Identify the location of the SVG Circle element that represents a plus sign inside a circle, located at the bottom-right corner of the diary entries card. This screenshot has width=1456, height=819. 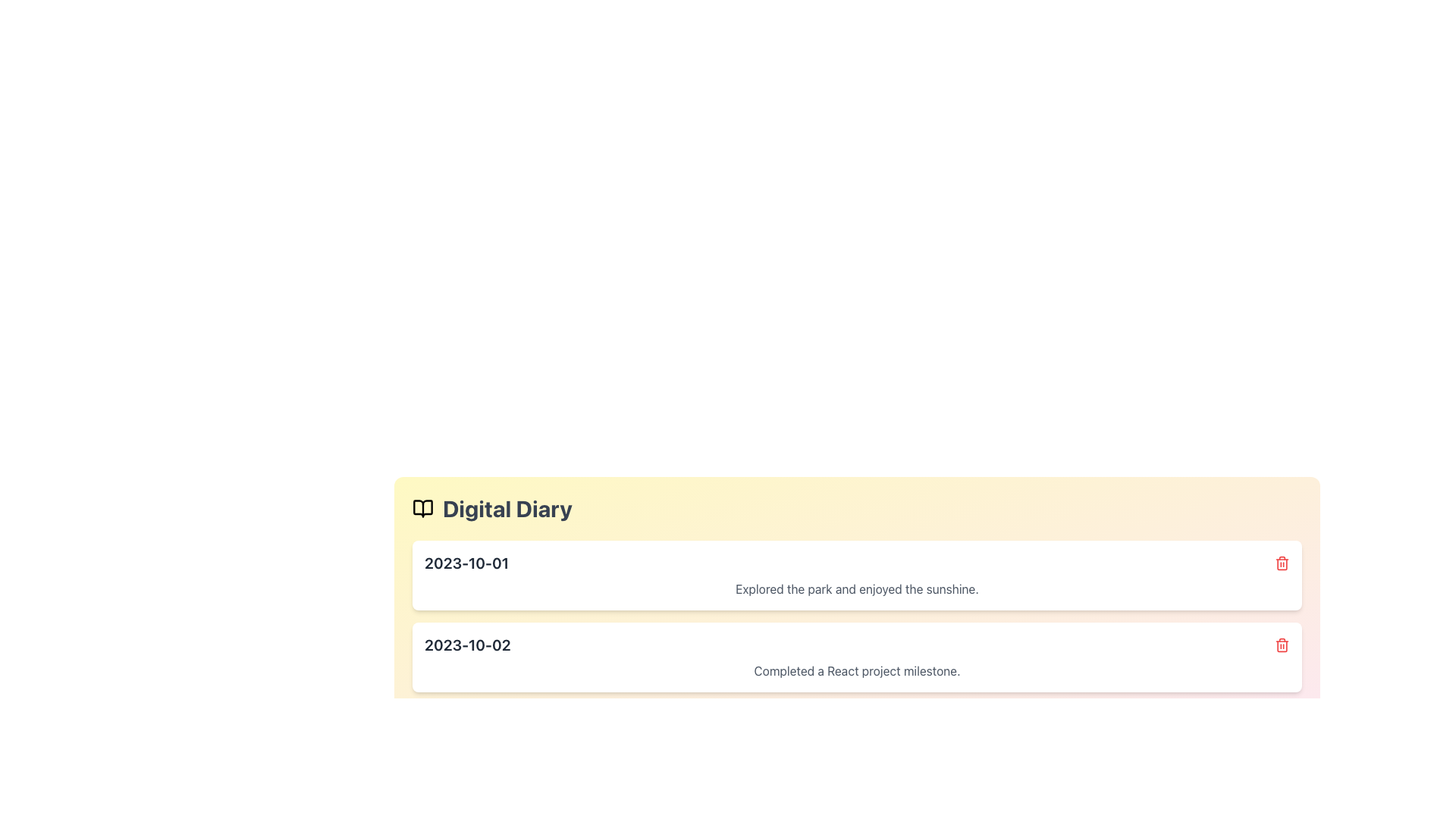
(1281, 719).